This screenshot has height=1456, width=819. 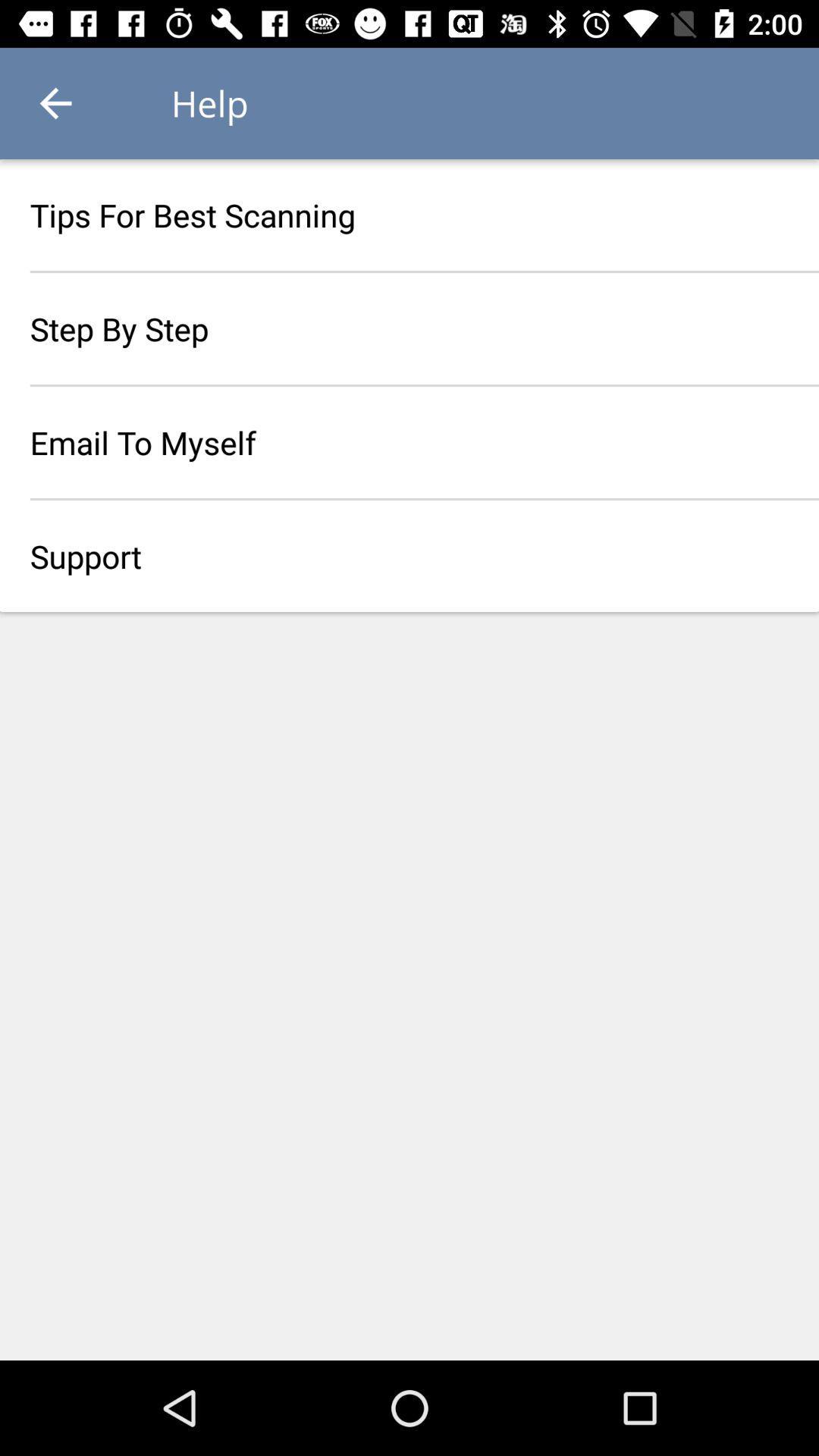 What do you see at coordinates (55, 102) in the screenshot?
I see `icon to the left of the help` at bounding box center [55, 102].